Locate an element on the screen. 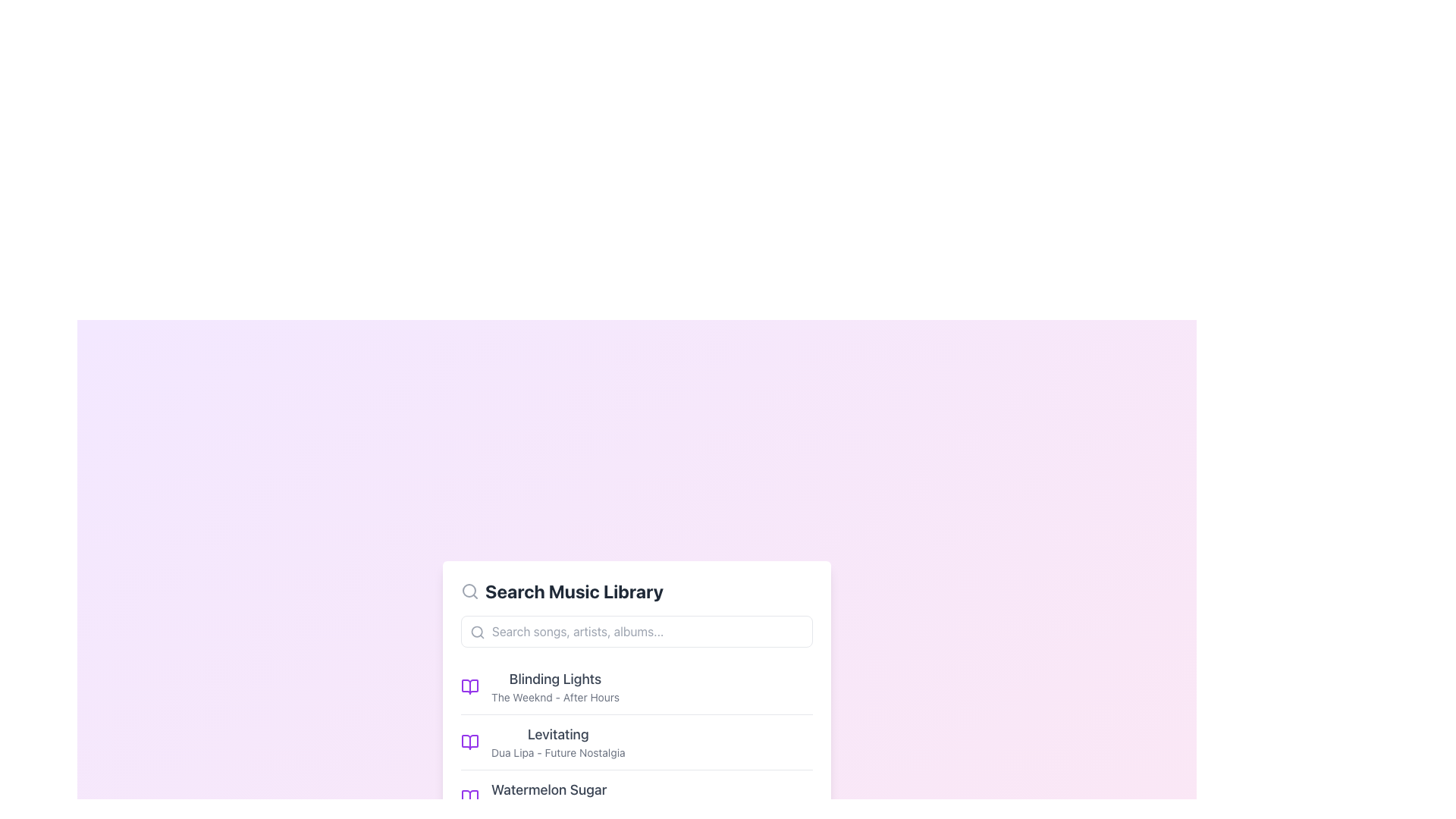  the SVG icon resembling an open book outline, styled in purple, located in the second row under 'Search Music Library', to the left of the text 'Levitating' is located at coordinates (469, 741).